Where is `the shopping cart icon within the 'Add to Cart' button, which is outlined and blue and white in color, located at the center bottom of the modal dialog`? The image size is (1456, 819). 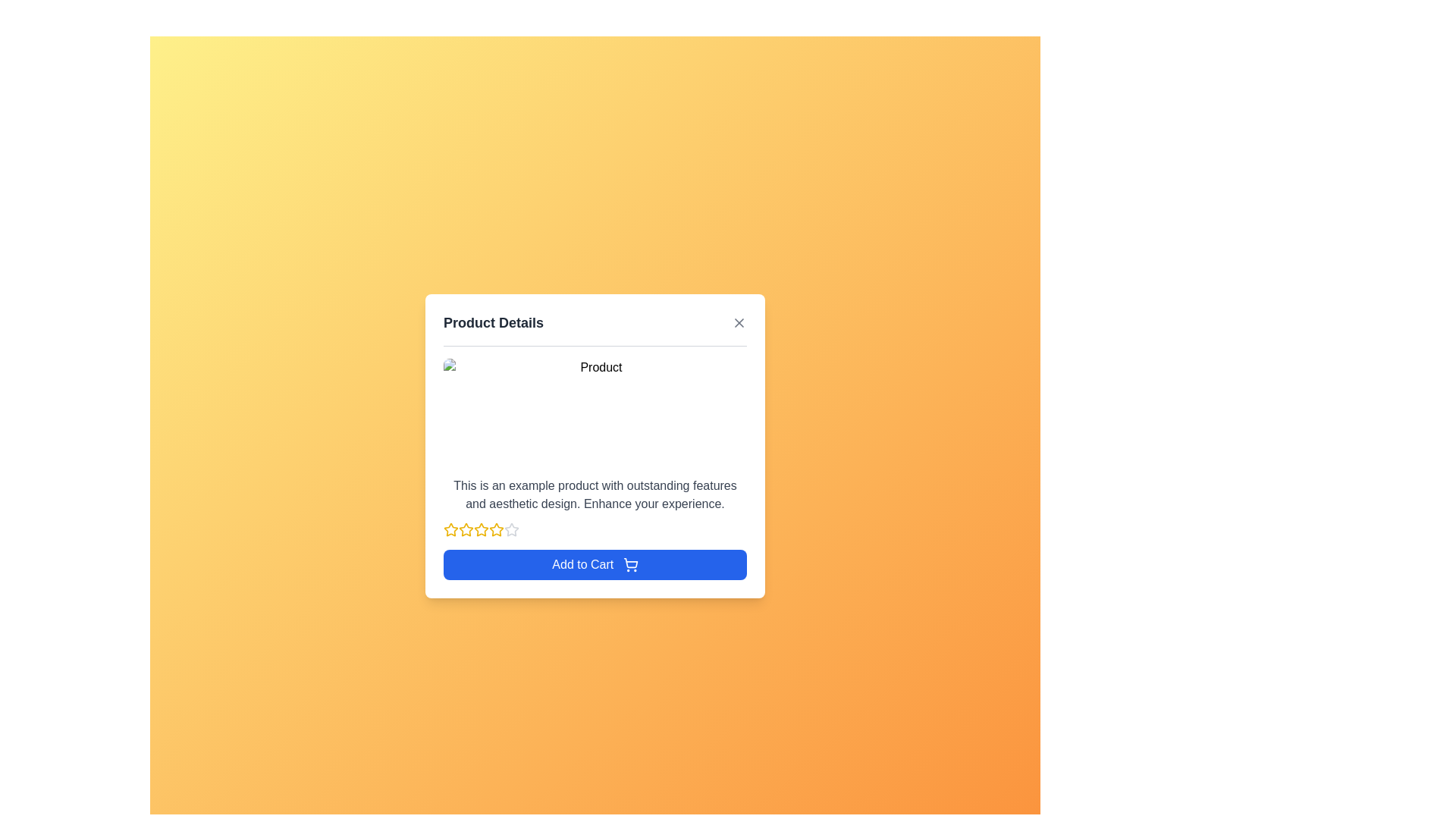 the shopping cart icon within the 'Add to Cart' button, which is outlined and blue and white in color, located at the center bottom of the modal dialog is located at coordinates (630, 563).